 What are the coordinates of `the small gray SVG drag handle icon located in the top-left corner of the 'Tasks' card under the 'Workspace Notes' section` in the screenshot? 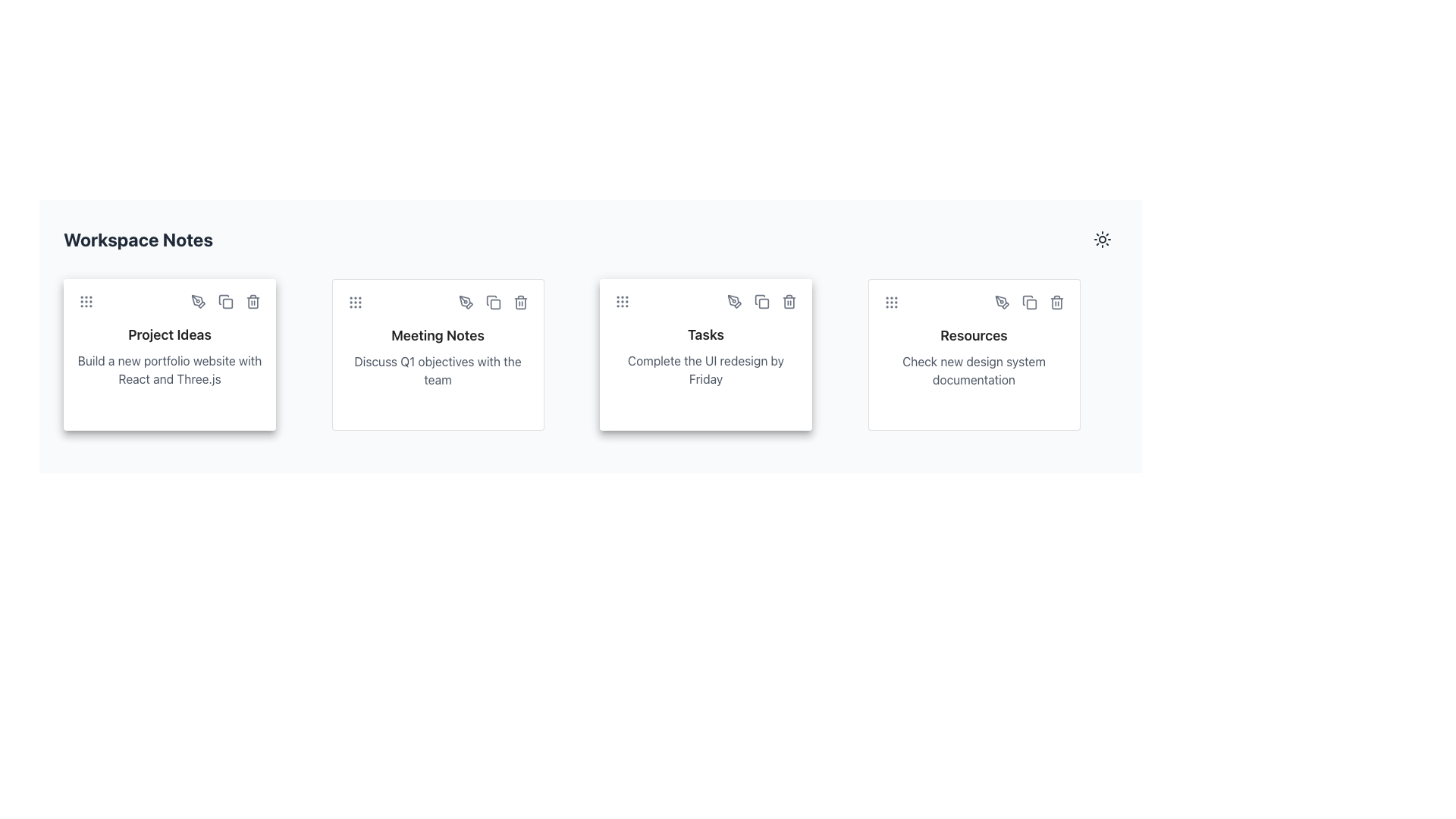 It's located at (622, 301).